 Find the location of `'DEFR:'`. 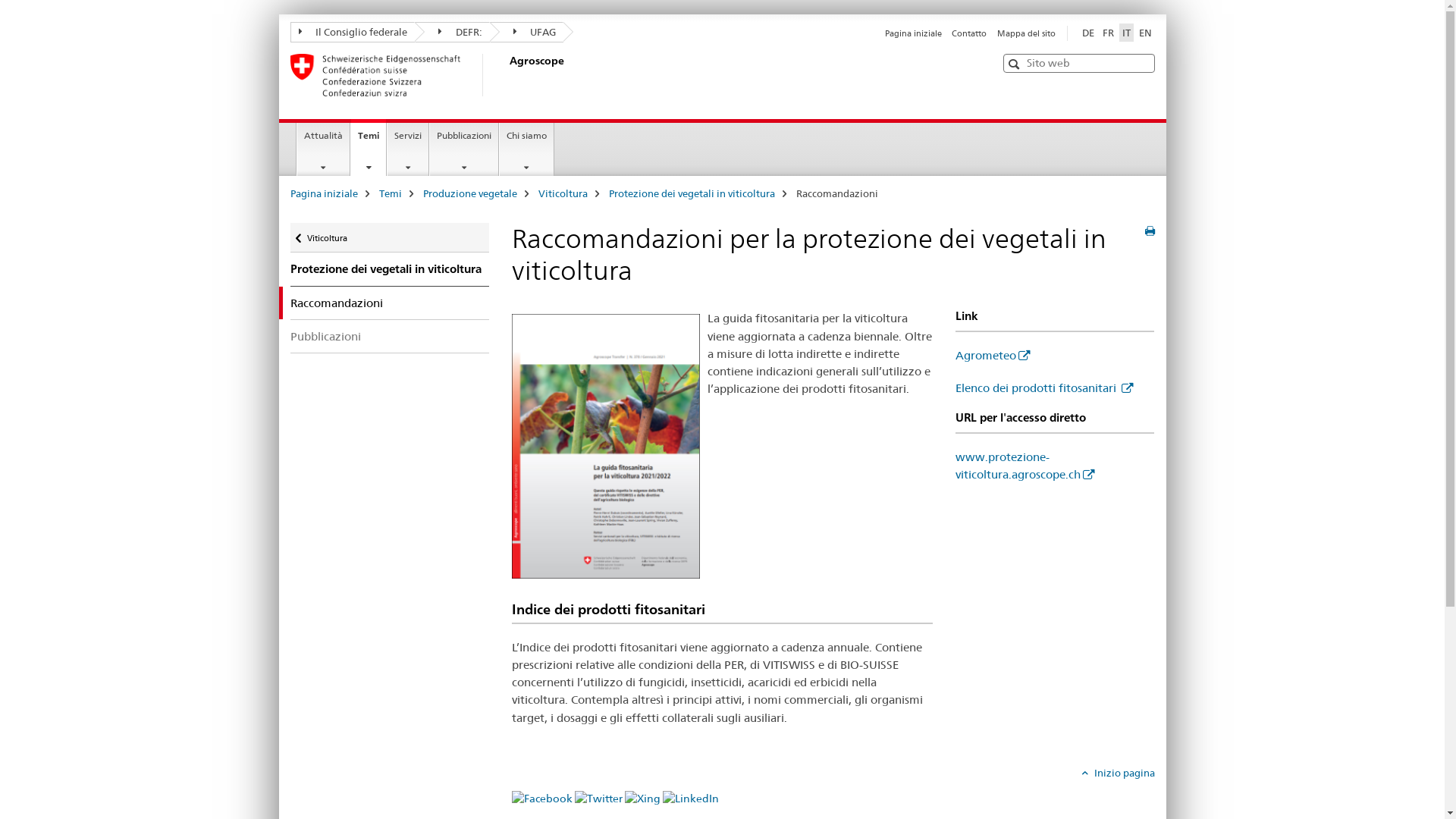

'DEFR:' is located at coordinates (451, 32).